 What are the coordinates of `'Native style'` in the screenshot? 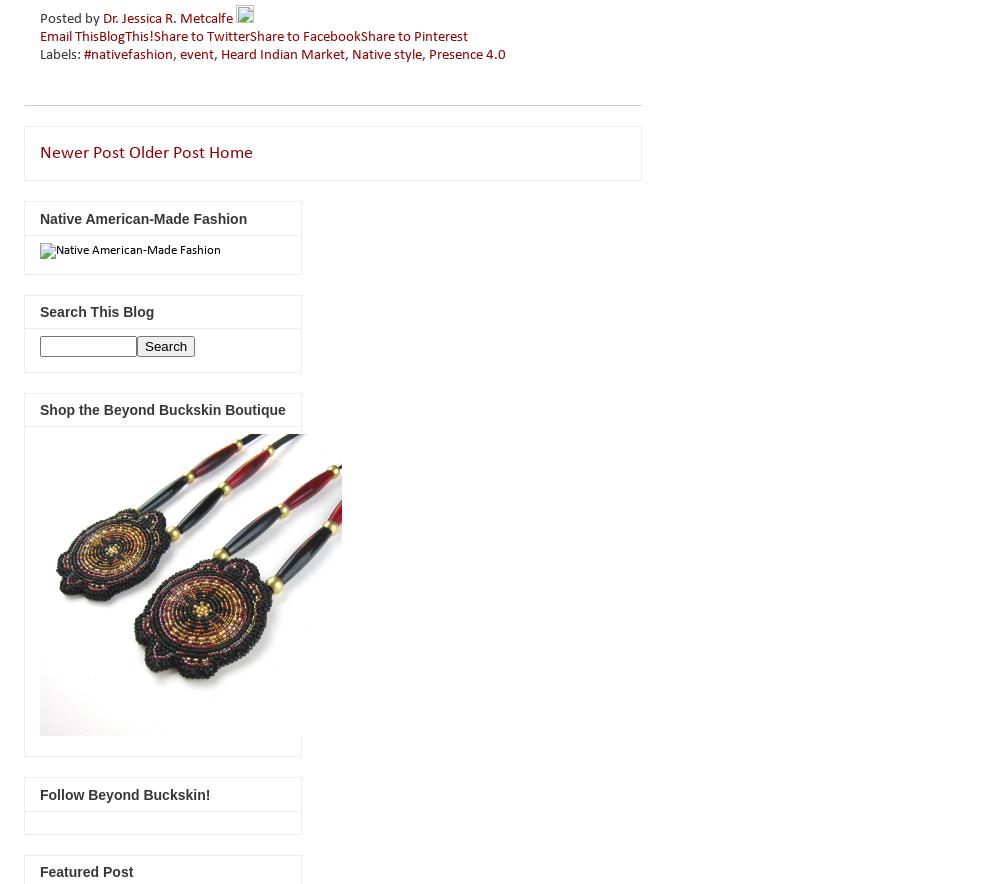 It's located at (387, 54).